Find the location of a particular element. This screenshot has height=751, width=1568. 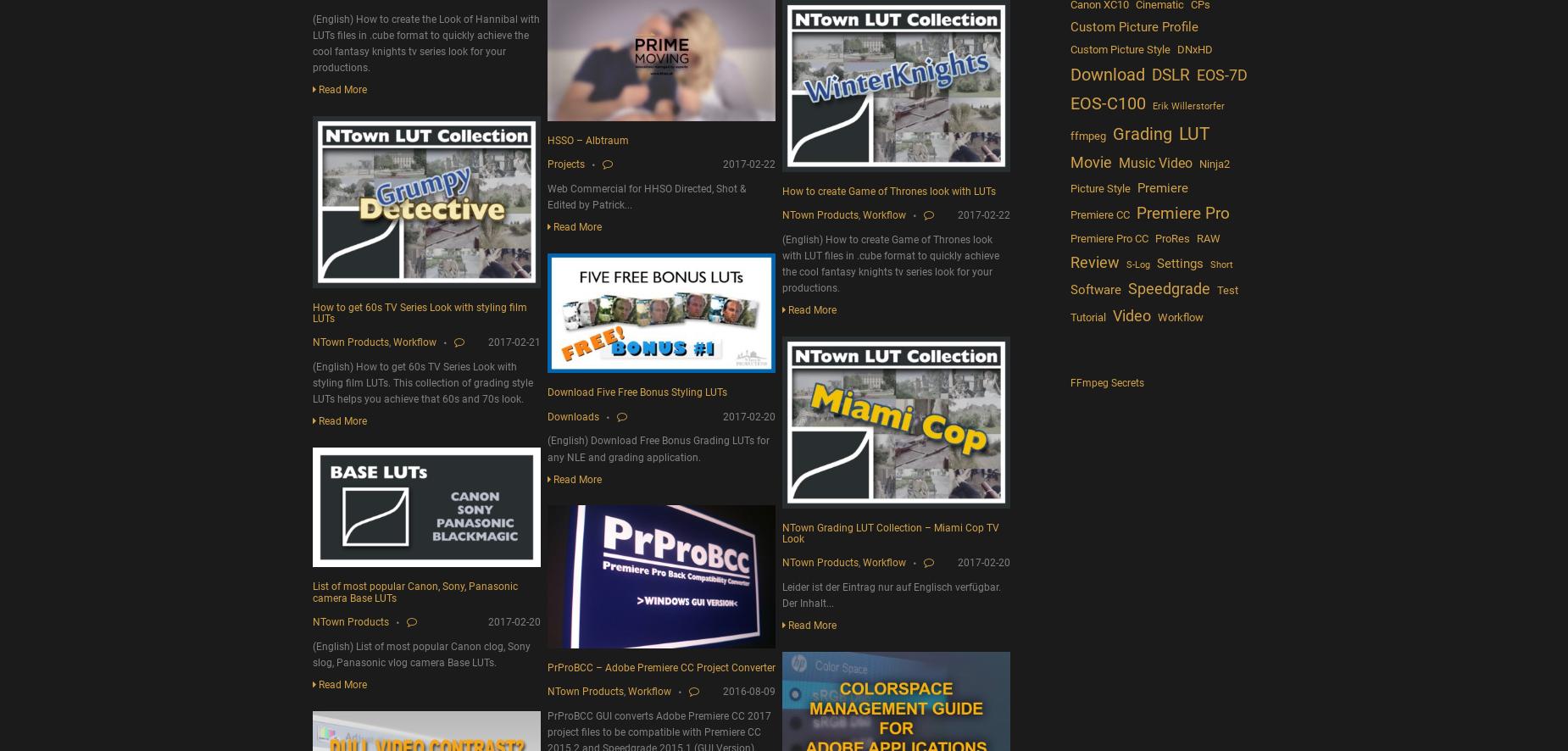

'FFmpeg Secrets' is located at coordinates (1105, 383).